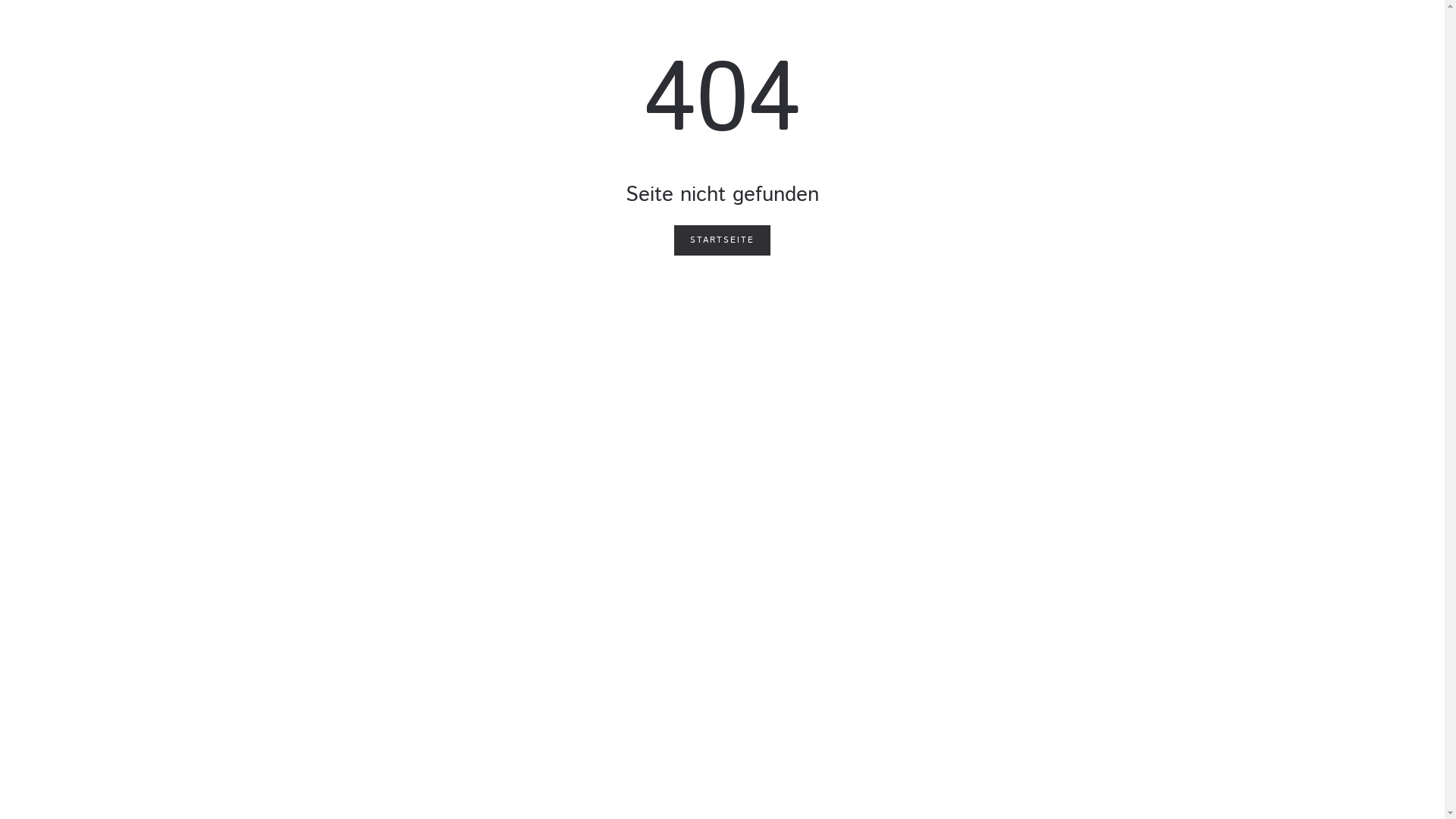 This screenshot has height=819, width=1456. I want to click on 'STARTSEITE', so click(721, 239).